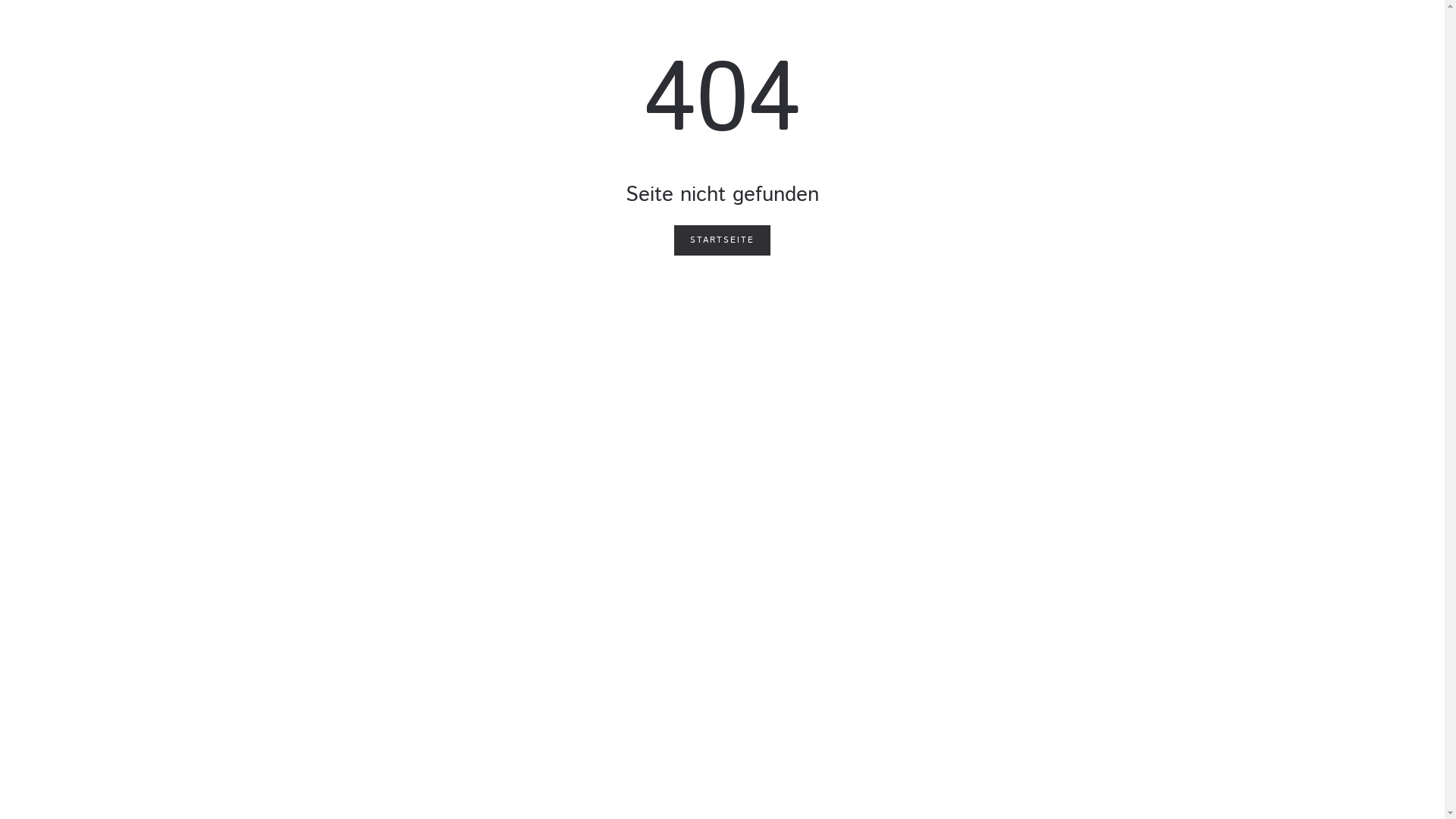 This screenshot has height=819, width=1456. I want to click on 'STARTSEITE', so click(721, 239).